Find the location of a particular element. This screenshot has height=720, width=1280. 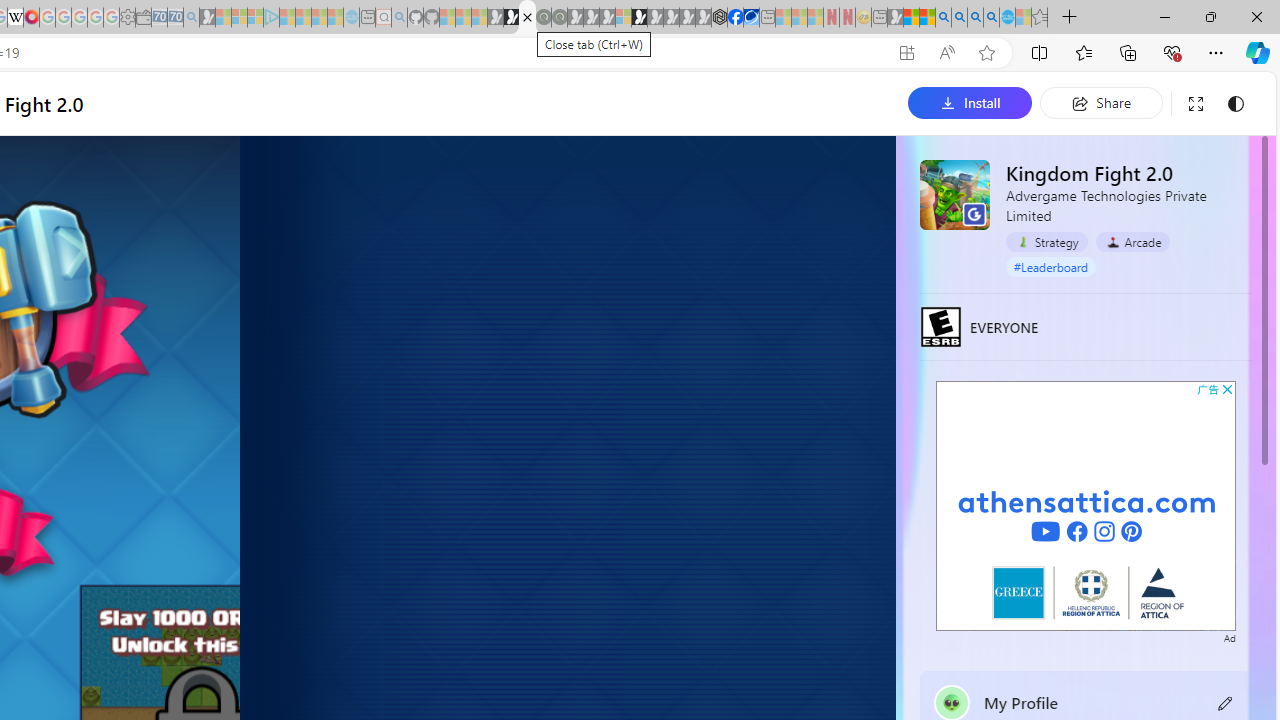

'Home | Sky Blue Bikes - Sky Blue Bikes - Sleeping' is located at coordinates (352, 17).